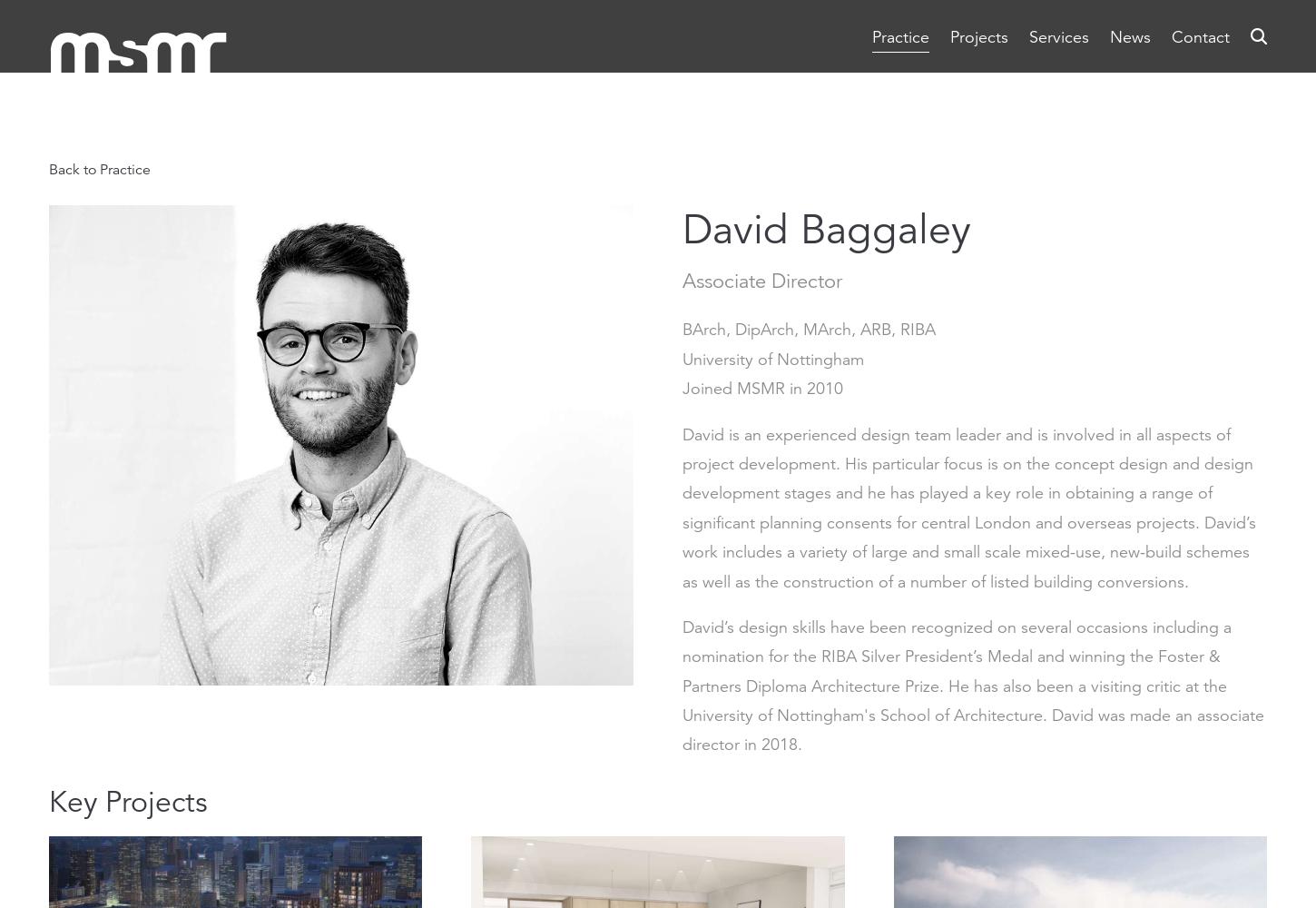  I want to click on 'Joined MSMR in 2010', so click(762, 389).